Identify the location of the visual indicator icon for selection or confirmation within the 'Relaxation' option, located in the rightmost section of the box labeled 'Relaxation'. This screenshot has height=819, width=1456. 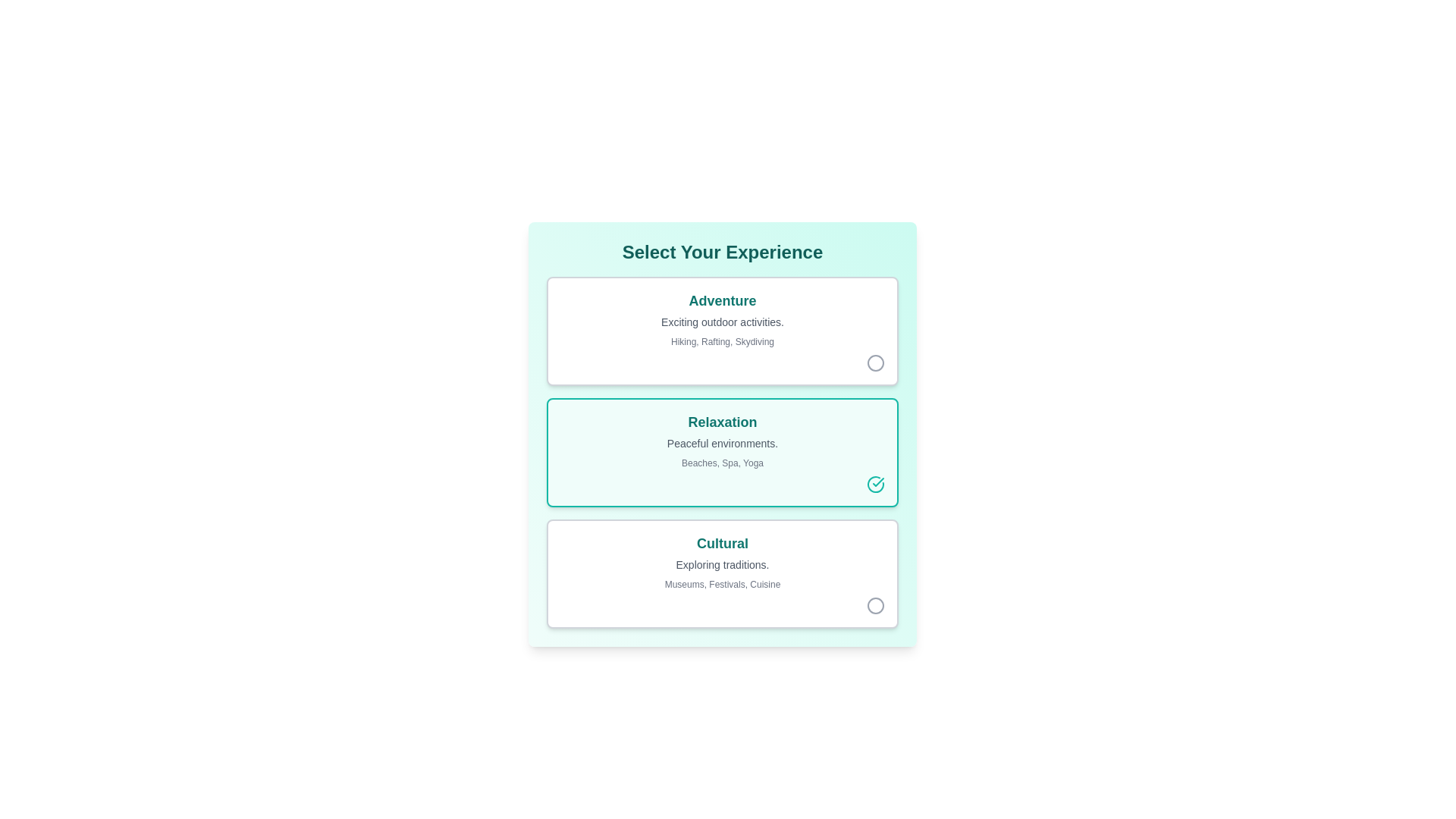
(876, 485).